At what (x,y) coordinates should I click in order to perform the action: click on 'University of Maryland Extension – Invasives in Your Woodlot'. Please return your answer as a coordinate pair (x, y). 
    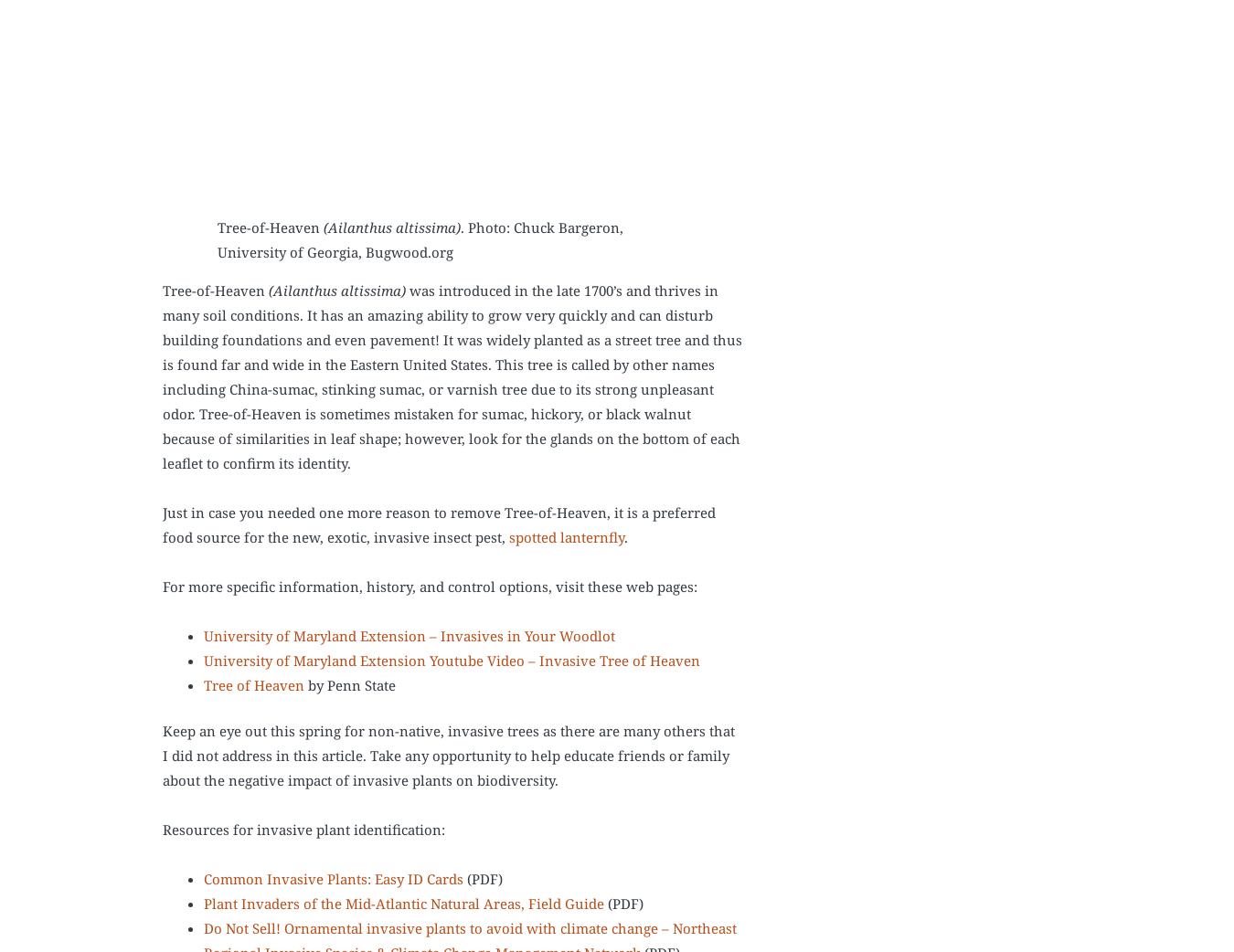
    Looking at the image, I should click on (204, 635).